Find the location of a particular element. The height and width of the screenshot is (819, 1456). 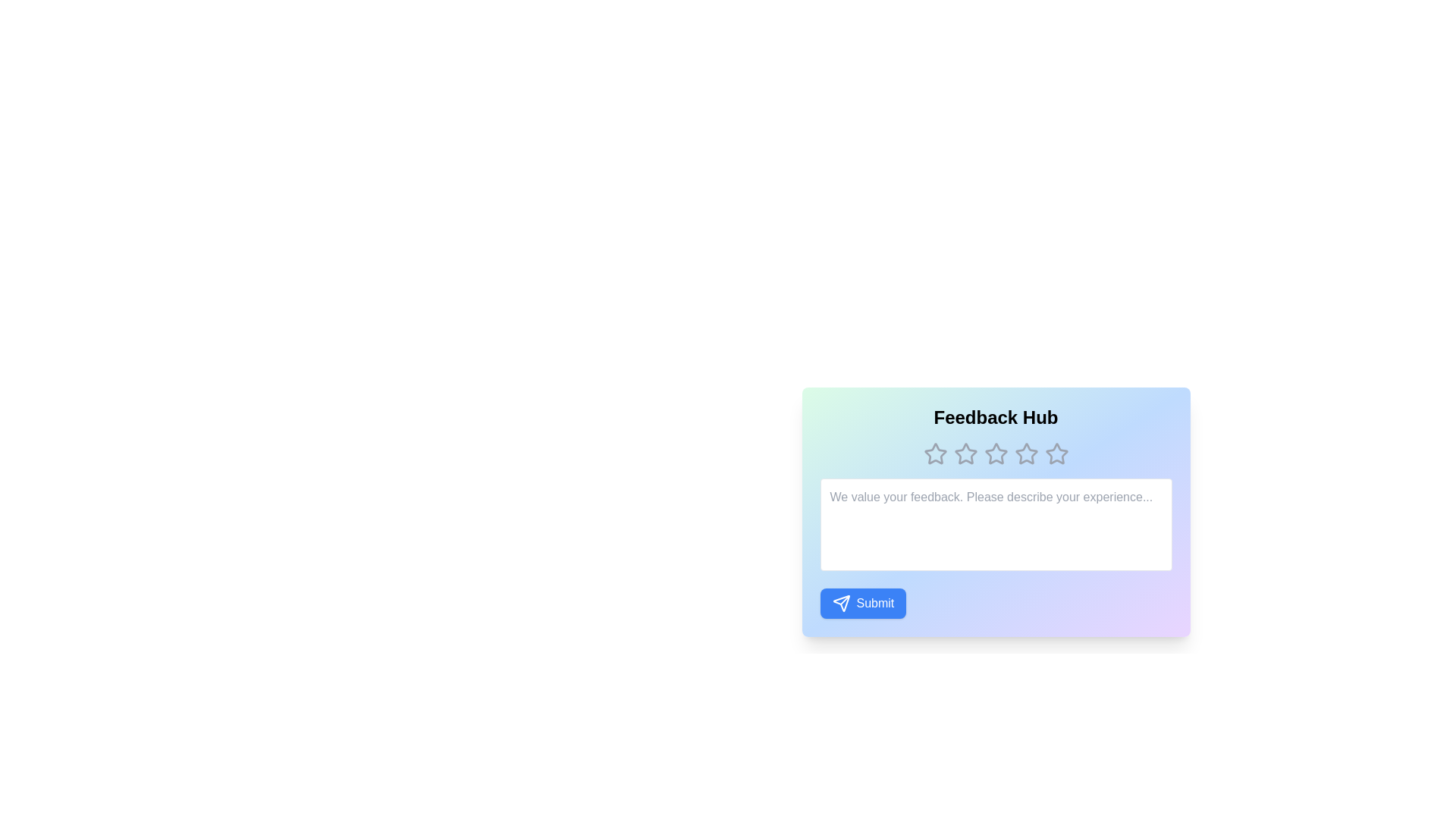

the star corresponding to the rating 3 is located at coordinates (996, 453).